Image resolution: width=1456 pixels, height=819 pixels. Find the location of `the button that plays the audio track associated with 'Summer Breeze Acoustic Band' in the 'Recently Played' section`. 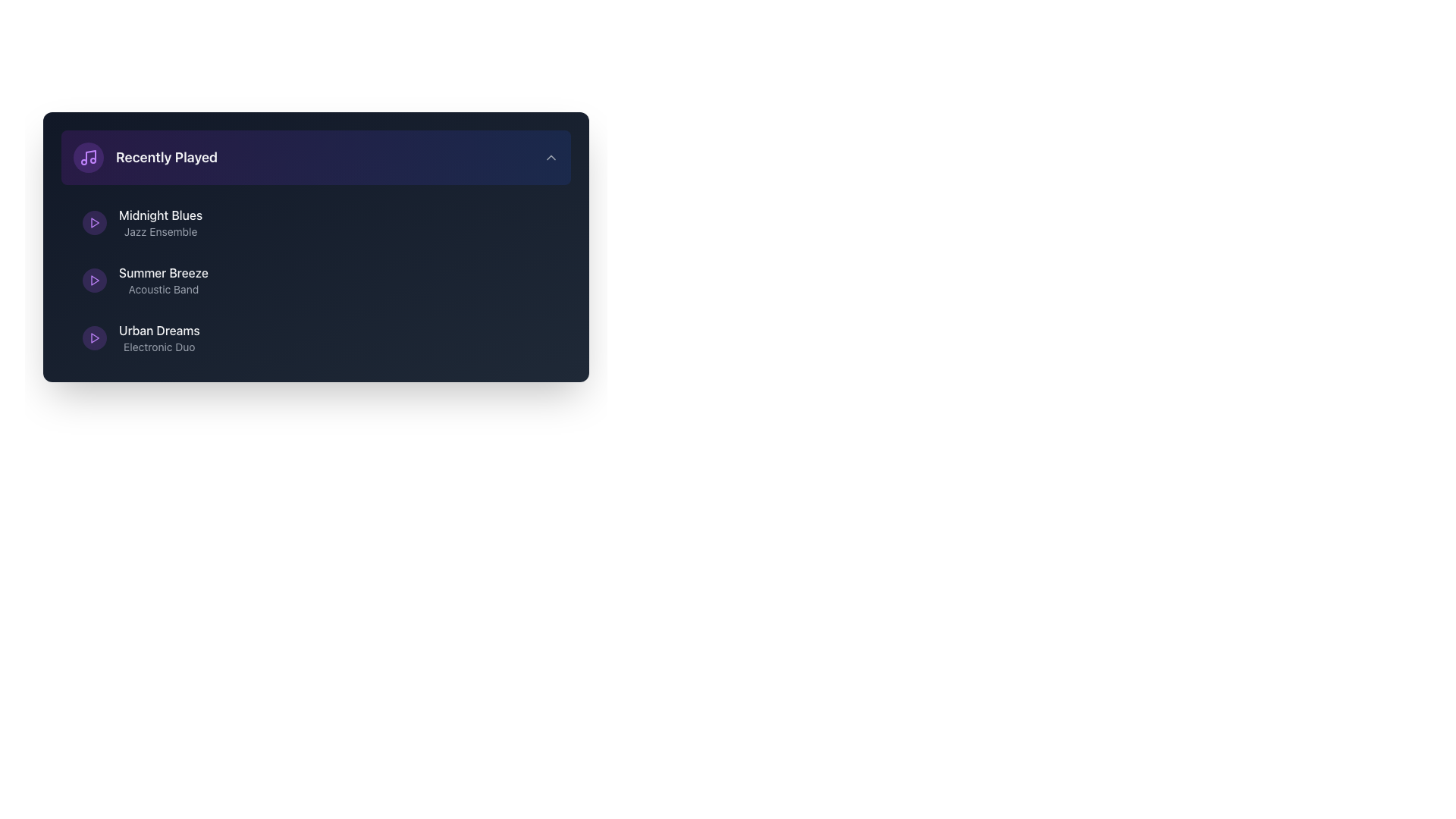

the button that plays the audio track associated with 'Summer Breeze Acoustic Band' in the 'Recently Played' section is located at coordinates (93, 281).